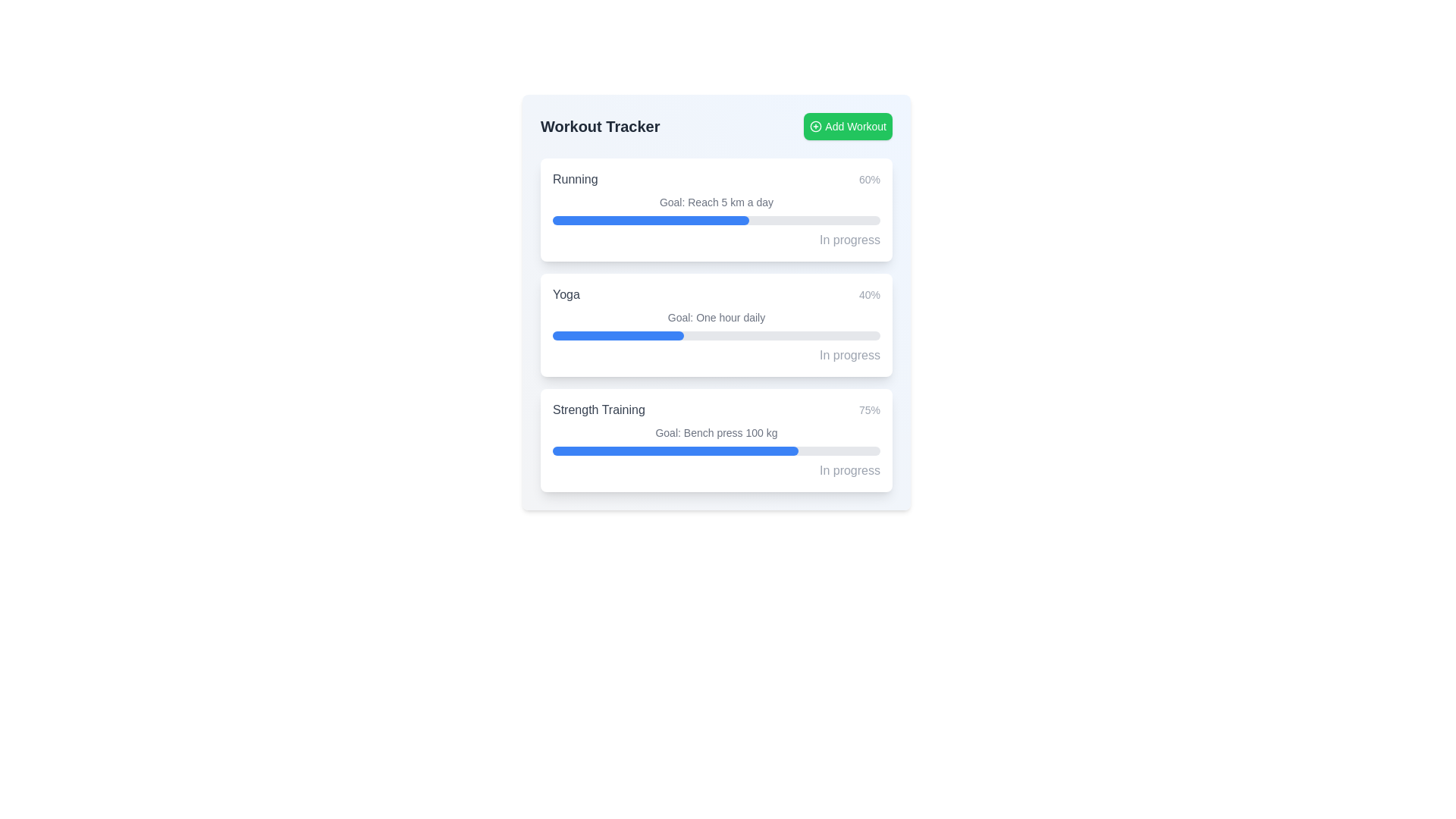 This screenshot has width=1456, height=819. What do you see at coordinates (716, 335) in the screenshot?
I see `the progress bar that visually represents the completion status of the user's yoga goal, which is located below the text 'Goal: One hour daily' and above the 'In progress' label` at bounding box center [716, 335].